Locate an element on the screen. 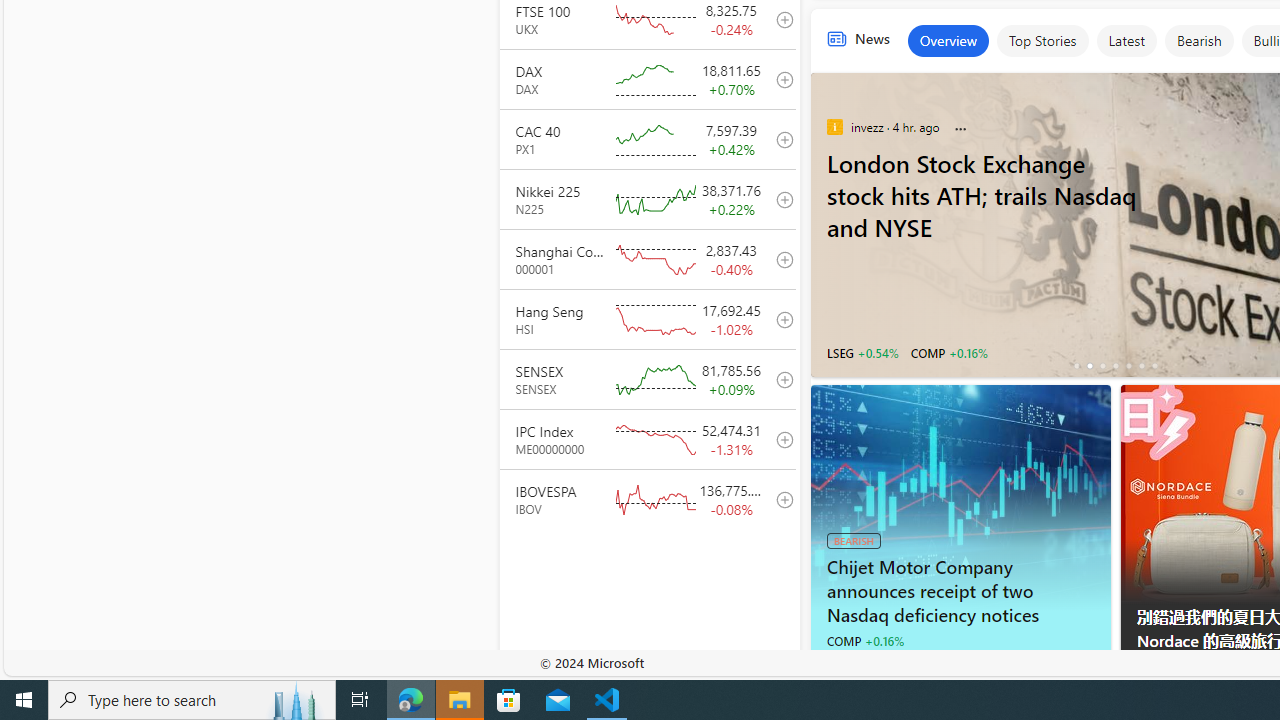 This screenshot has height=720, width=1280. 'Bearish' is located at coordinates (1198, 41).